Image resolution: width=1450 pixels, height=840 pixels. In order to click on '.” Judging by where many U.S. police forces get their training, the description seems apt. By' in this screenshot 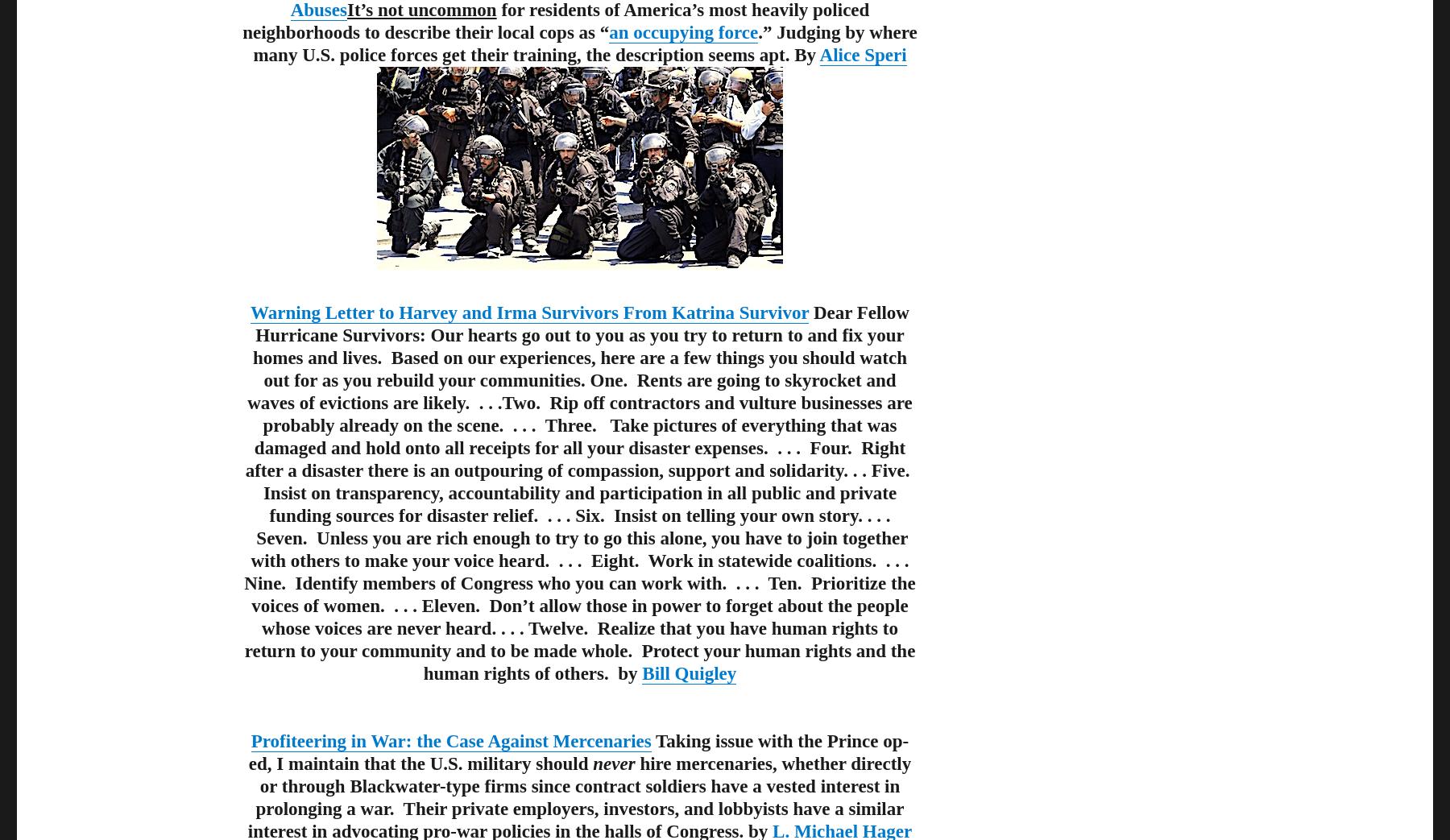, I will do `click(583, 43)`.